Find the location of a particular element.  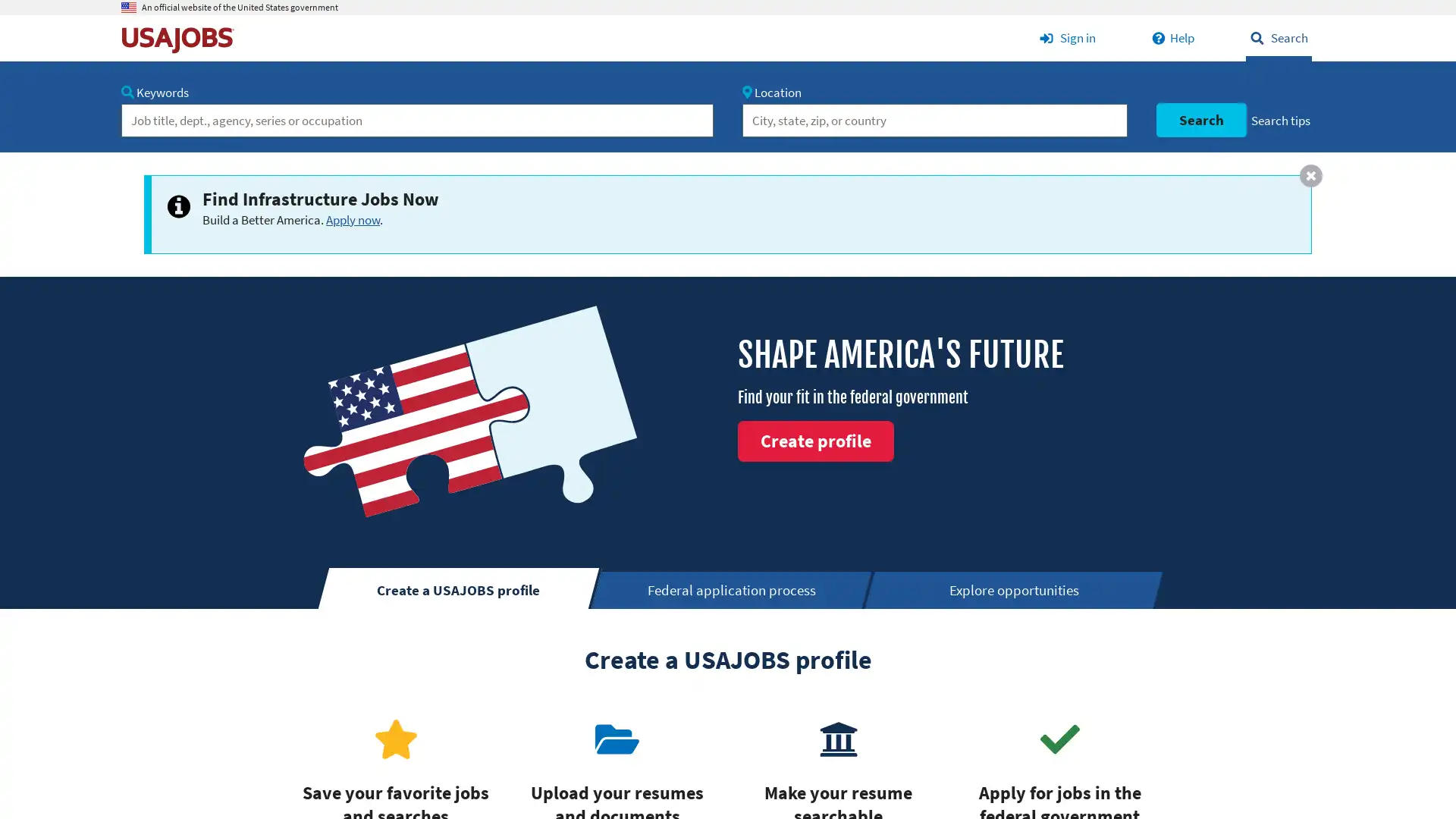

Explore opportunities is located at coordinates (1015, 589).